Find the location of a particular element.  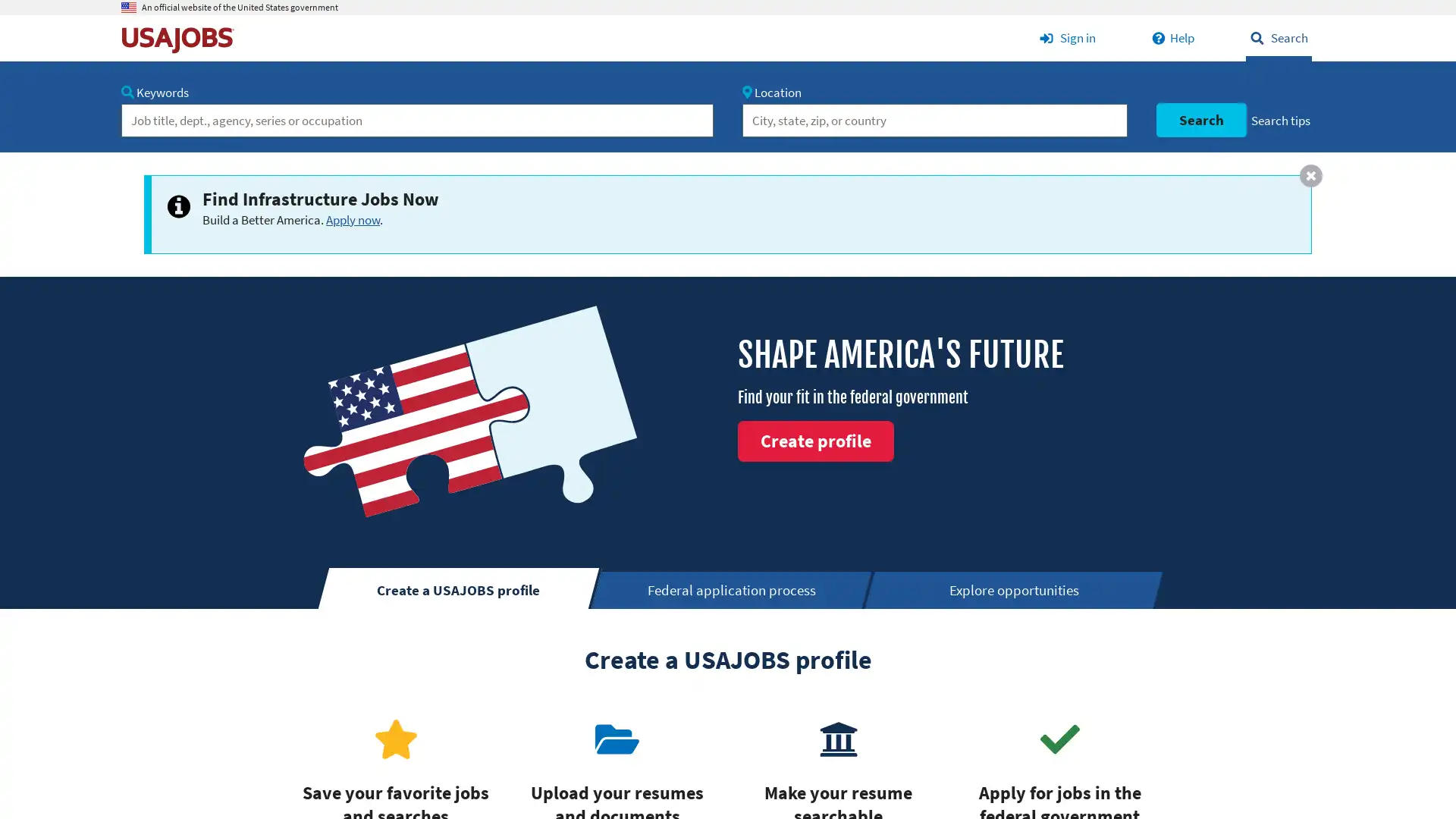

Explore opportunities is located at coordinates (1015, 589).